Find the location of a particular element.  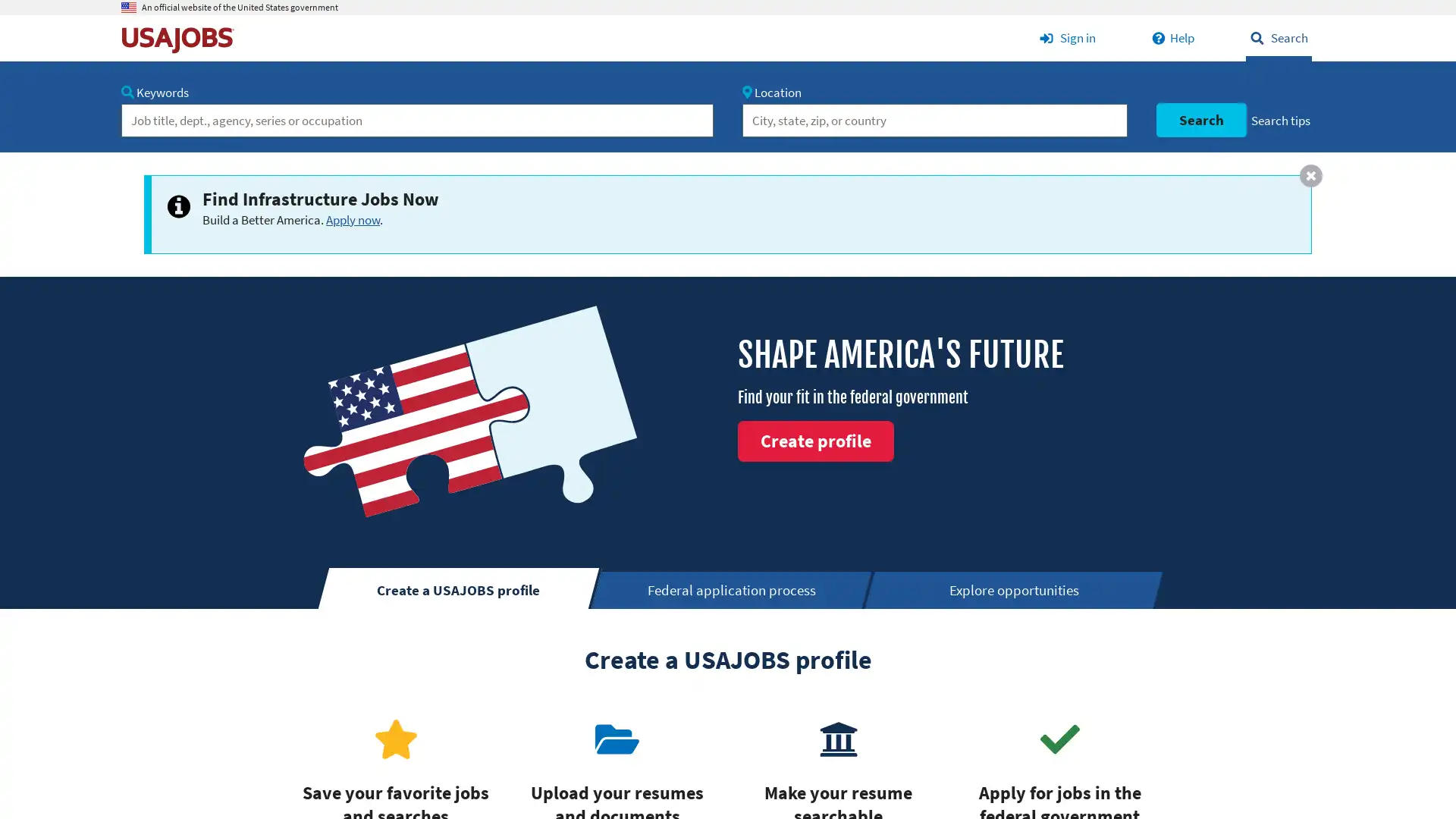

Explore opportunities is located at coordinates (1015, 589).